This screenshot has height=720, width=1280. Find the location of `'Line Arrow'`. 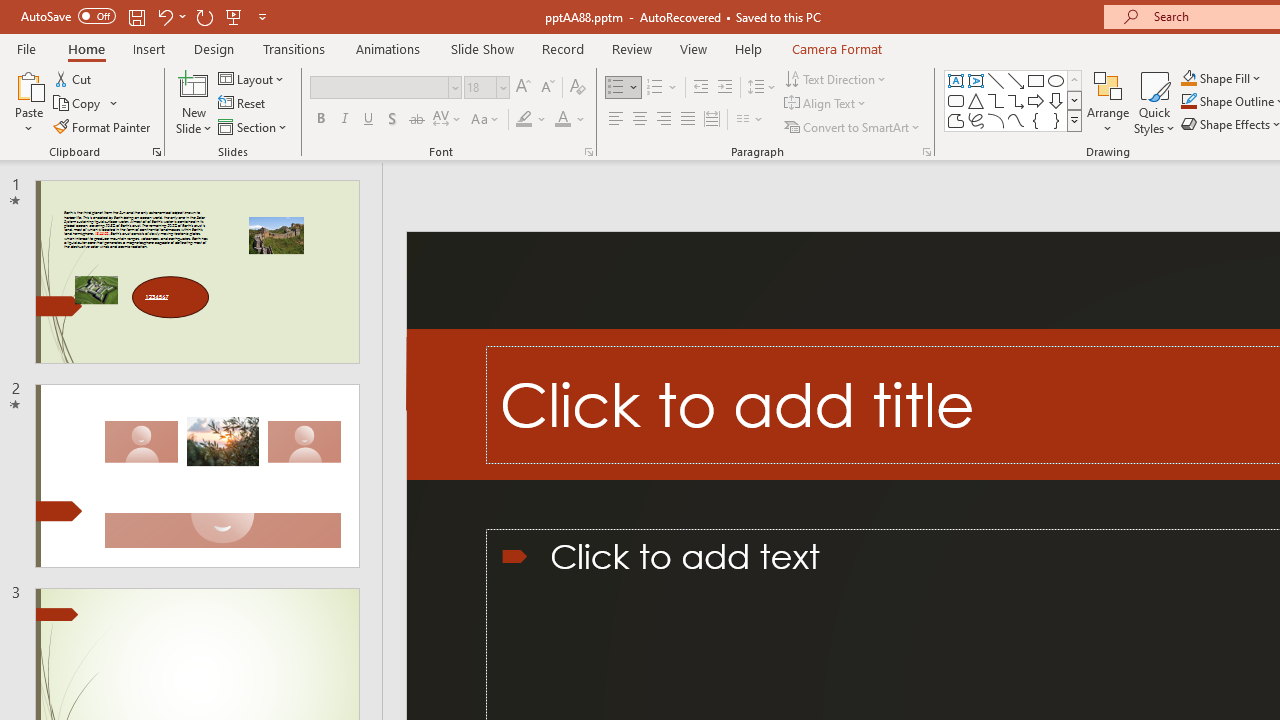

'Line Arrow' is located at coordinates (1016, 80).